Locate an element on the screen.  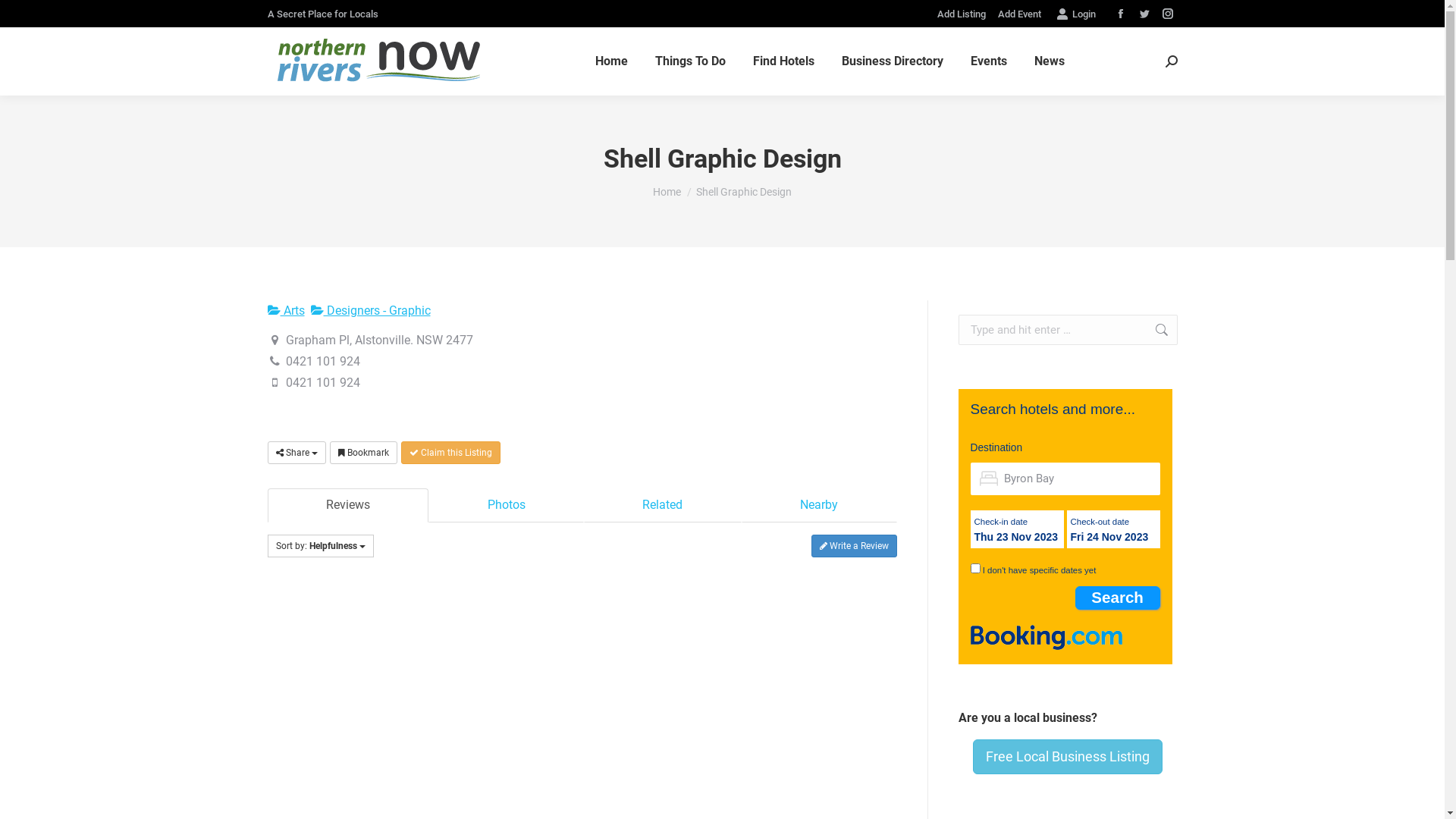
'News' is located at coordinates (1048, 61).